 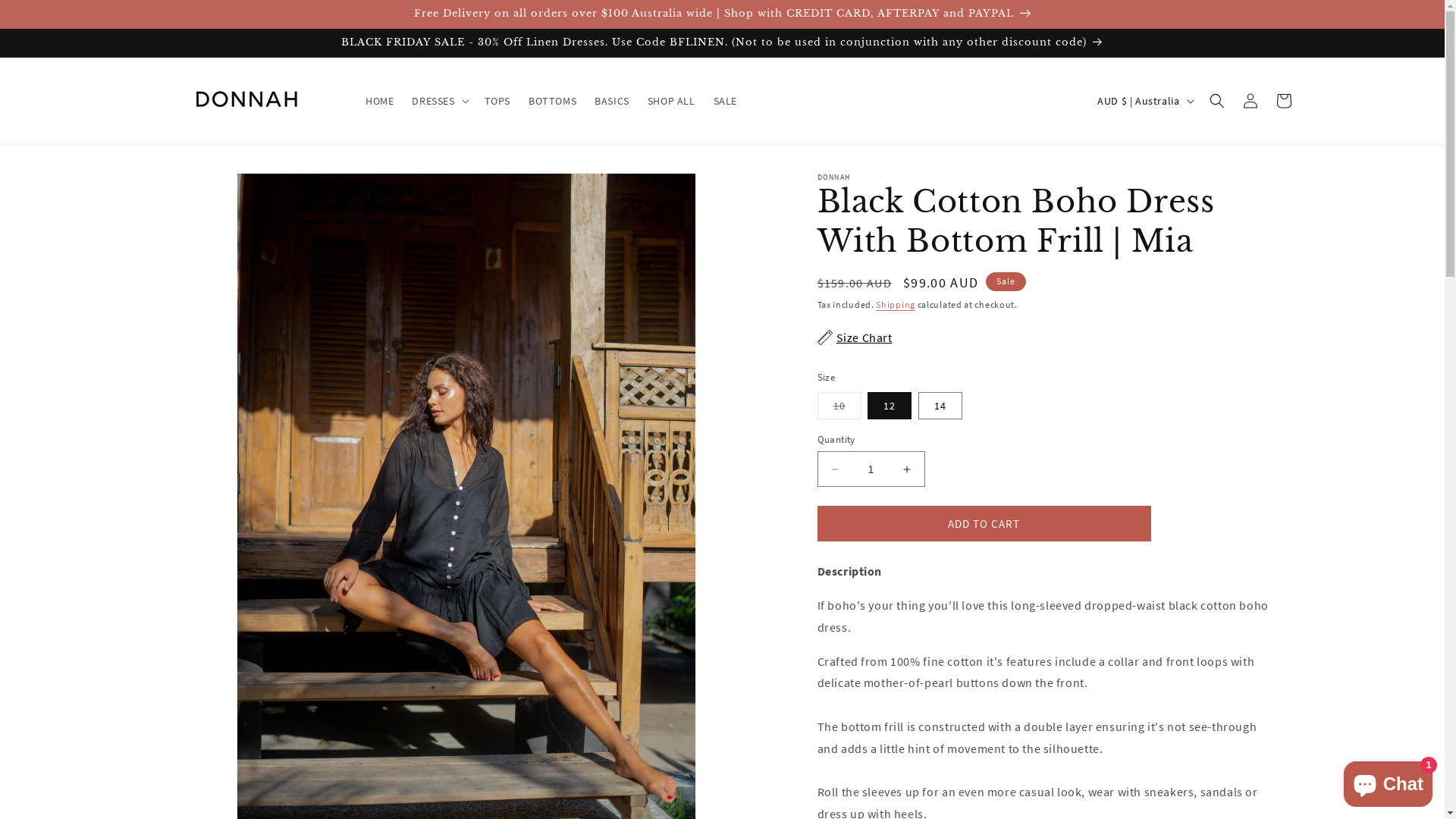 I want to click on 'Log in', so click(x=1233, y=100).